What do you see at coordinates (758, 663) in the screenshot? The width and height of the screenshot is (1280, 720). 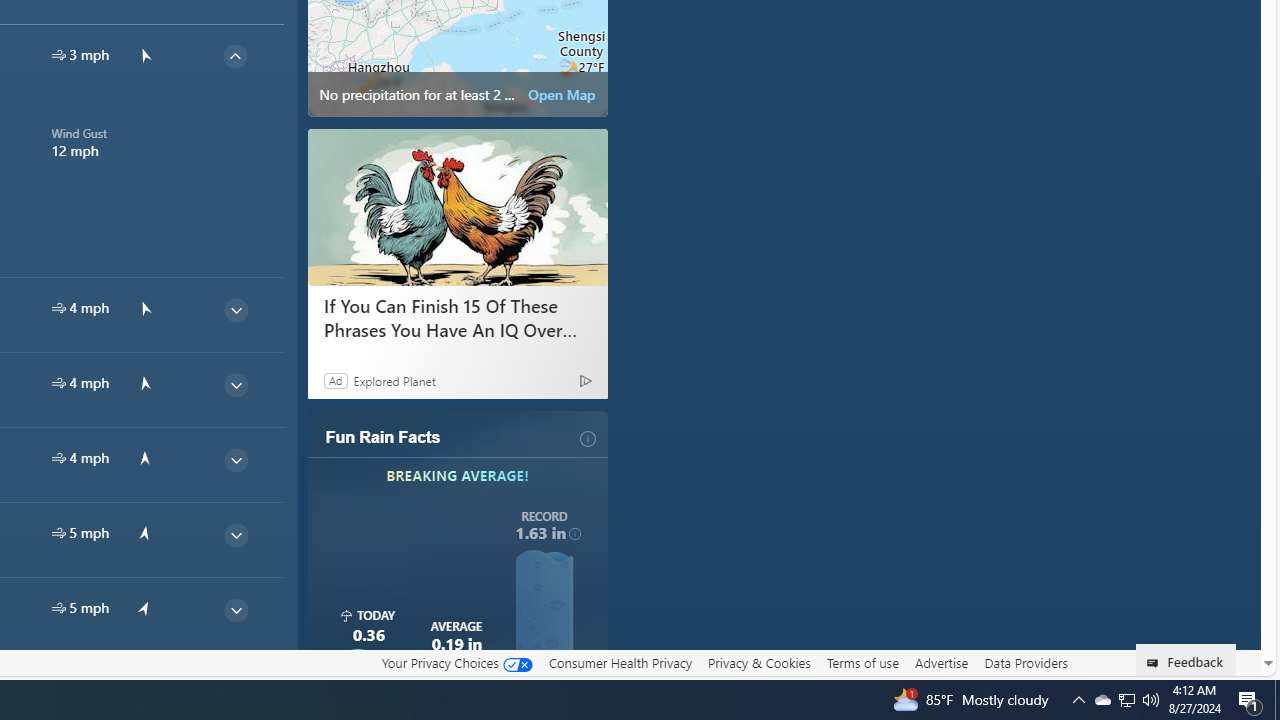 I see `'Privacy & Cookies'` at bounding box center [758, 663].